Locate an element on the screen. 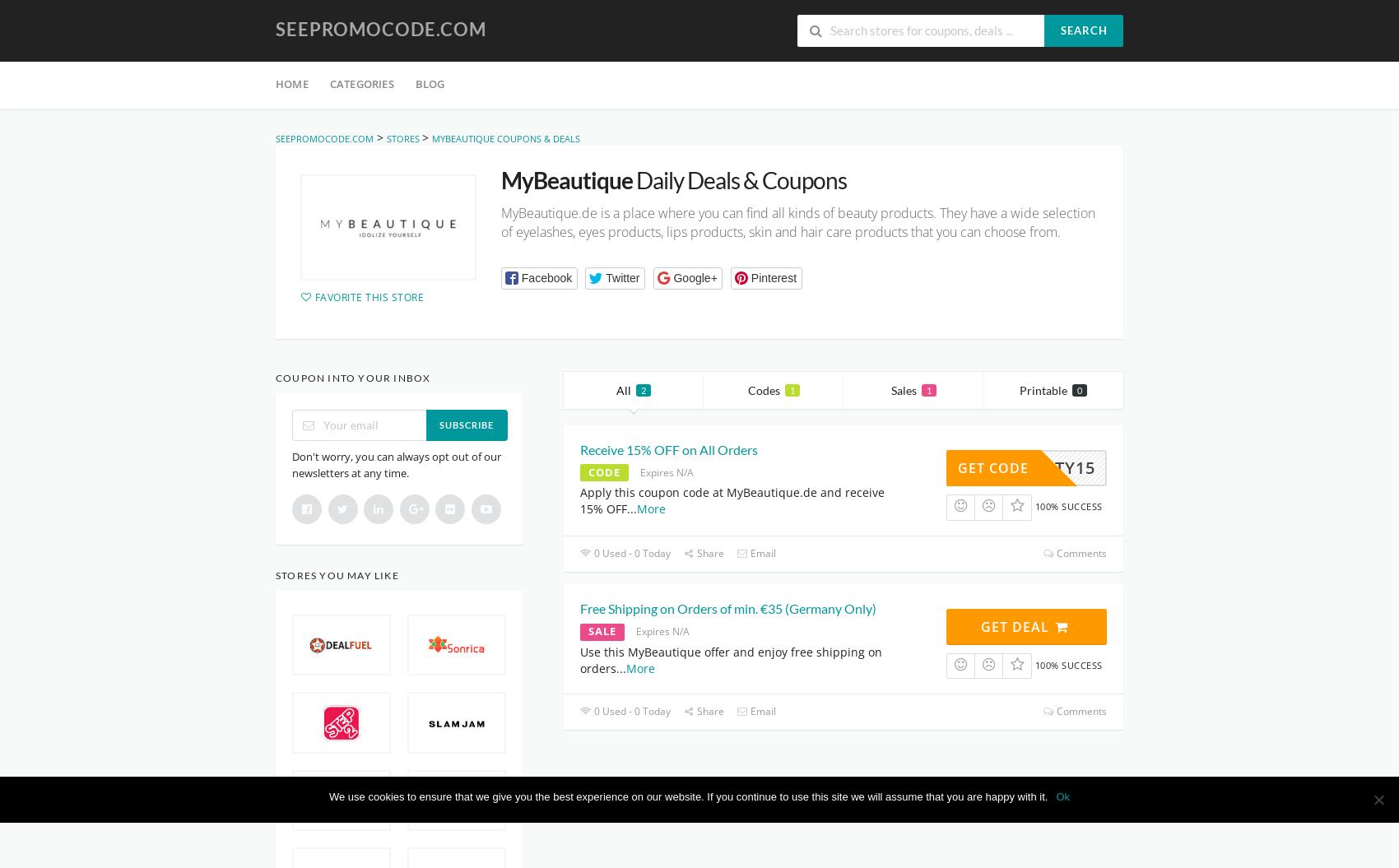  'Apply this coupon code at MyBeautique.de and receive 15% OFF' is located at coordinates (732, 500).